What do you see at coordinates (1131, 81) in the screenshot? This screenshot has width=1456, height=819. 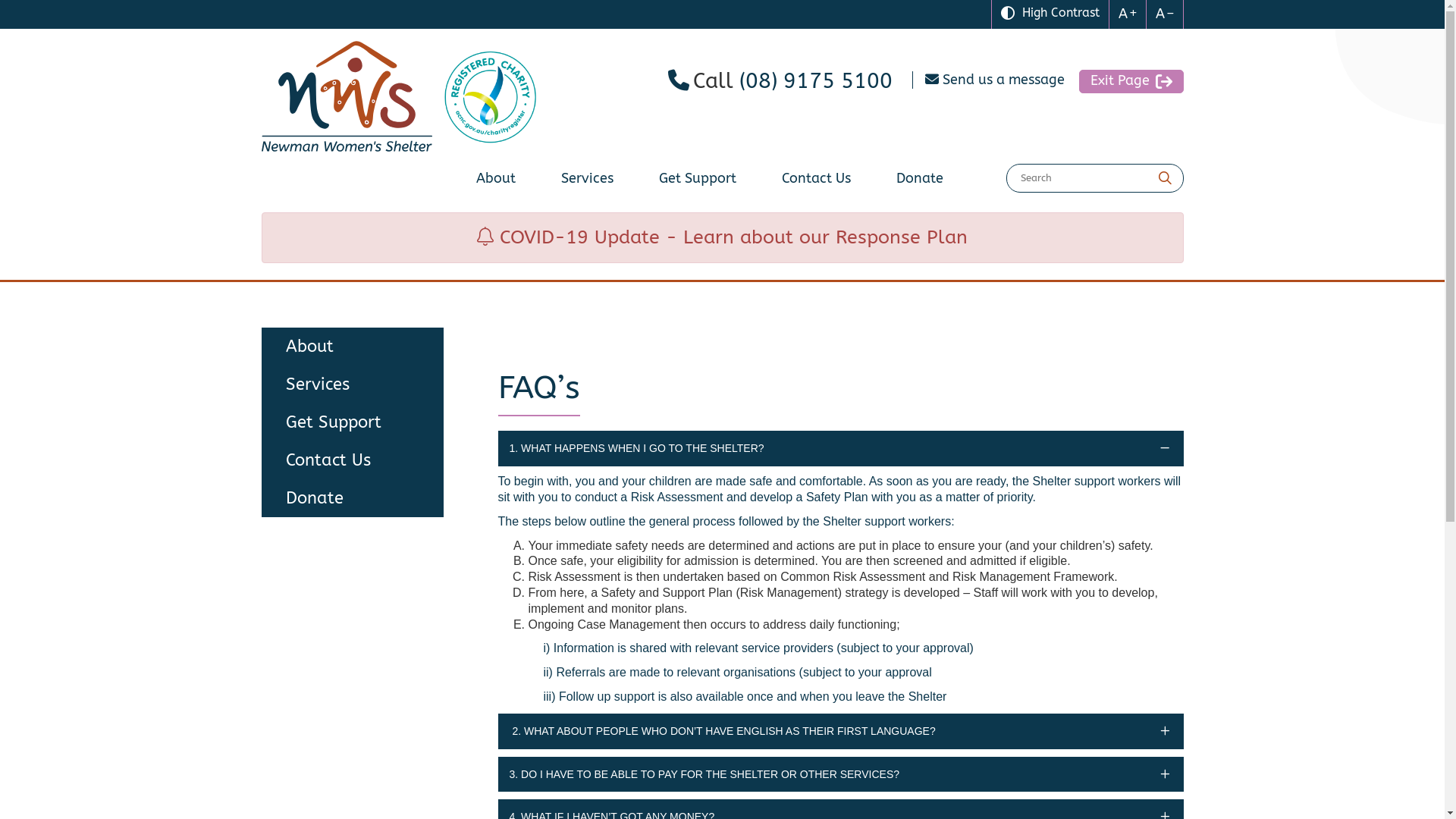 I see `'Exit Page'` at bounding box center [1131, 81].